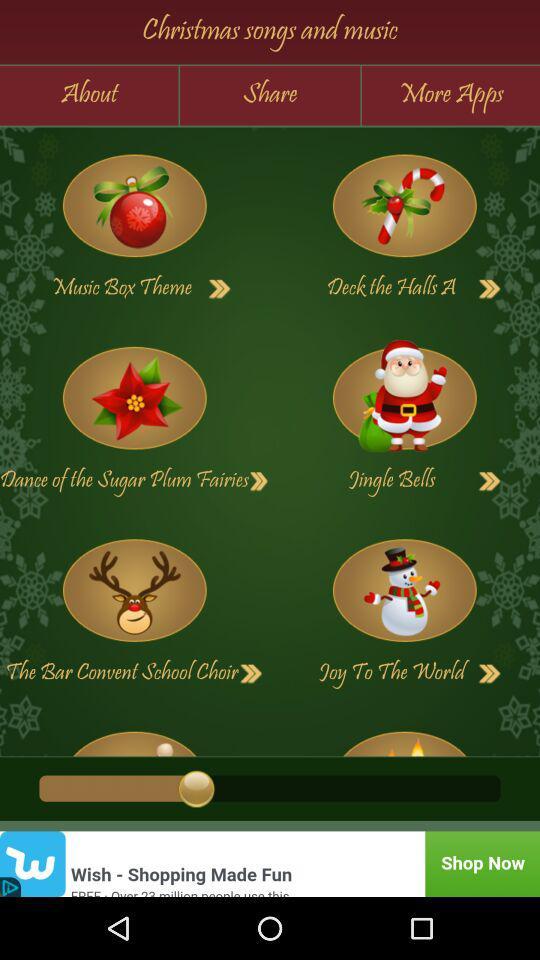 The width and height of the screenshot is (540, 960). I want to click on the deck the halls song, so click(489, 288).